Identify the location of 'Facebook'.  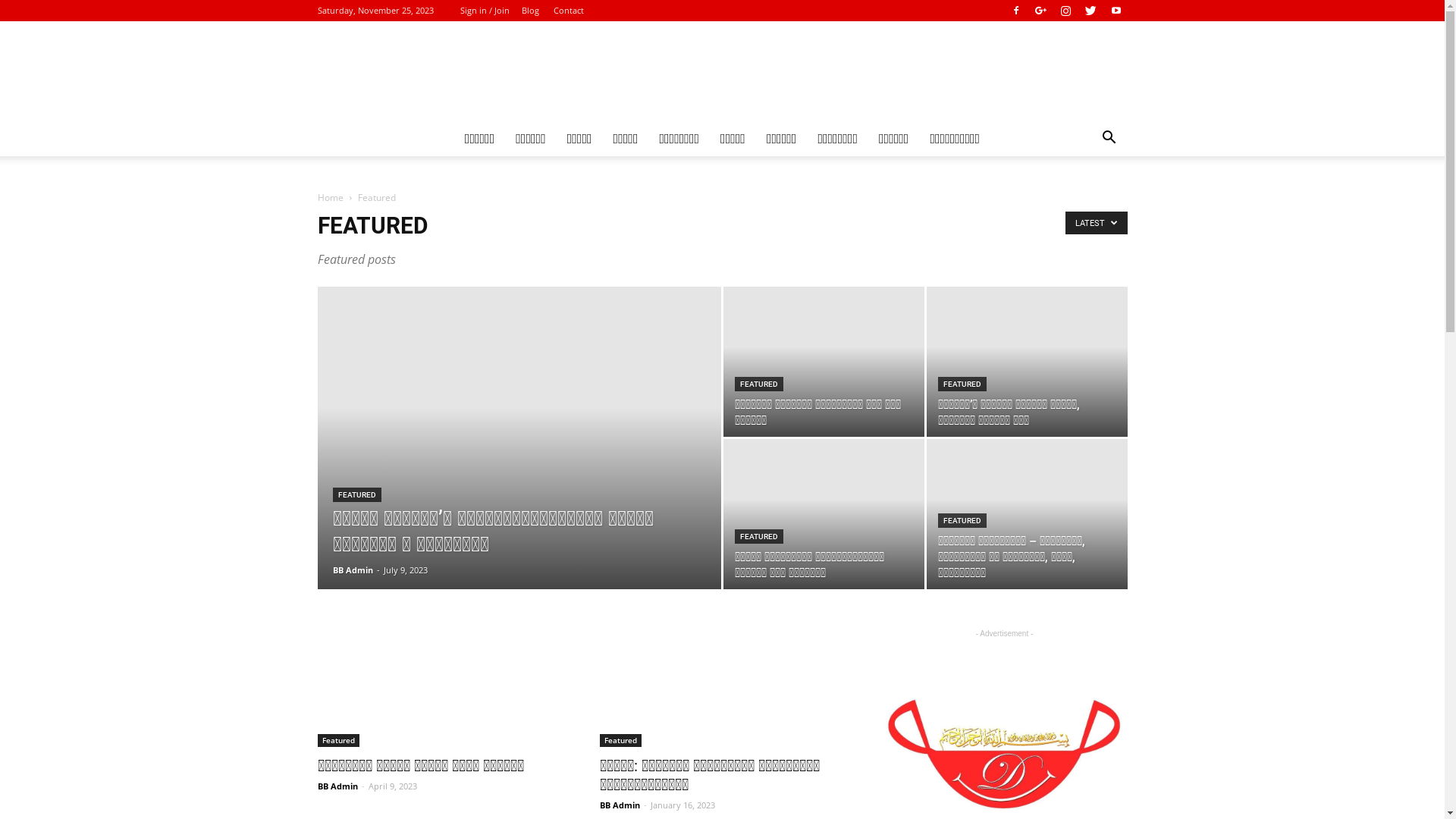
(1004, 11).